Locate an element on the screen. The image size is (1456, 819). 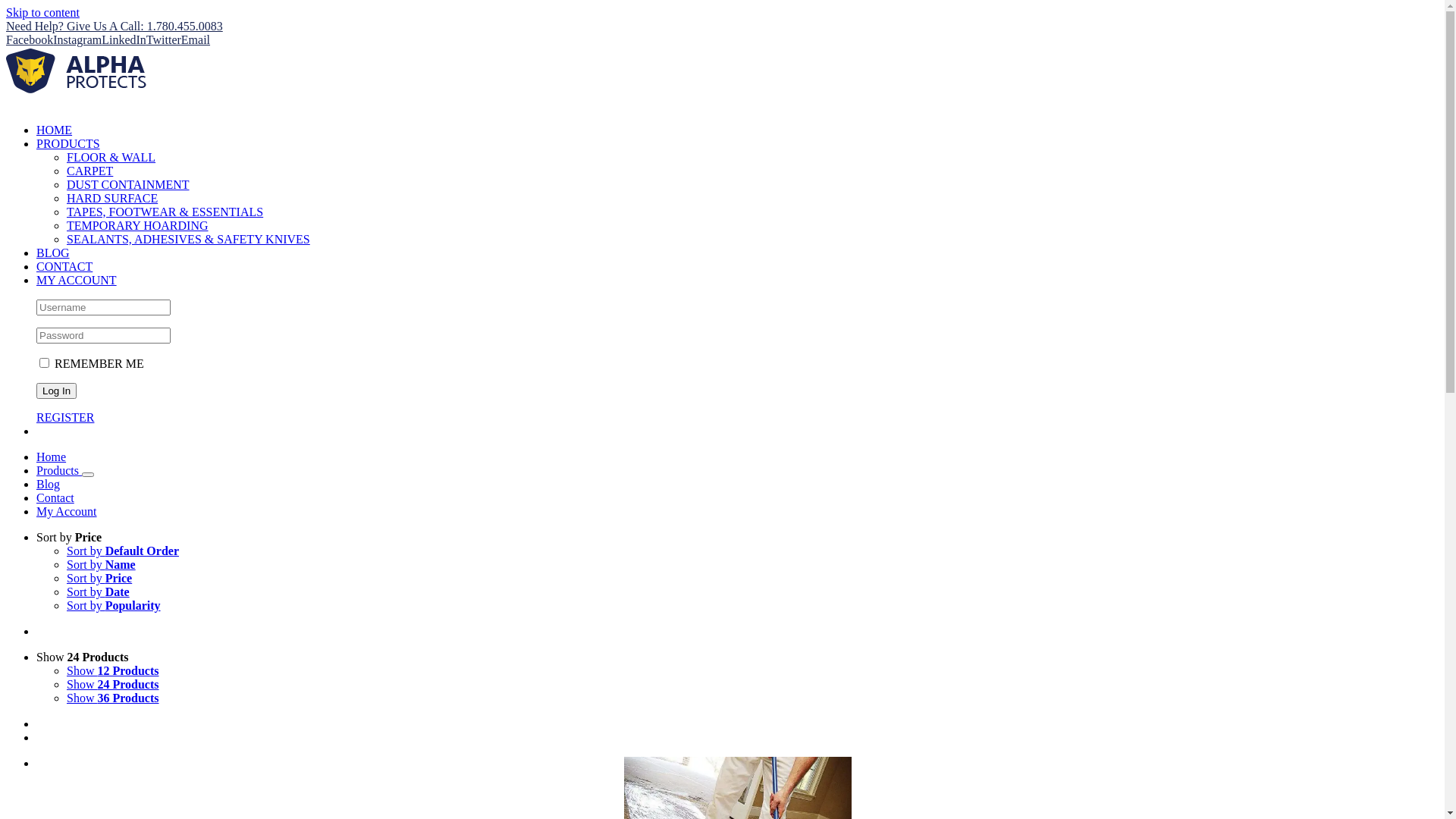
'Show 36 Products' is located at coordinates (111, 698).